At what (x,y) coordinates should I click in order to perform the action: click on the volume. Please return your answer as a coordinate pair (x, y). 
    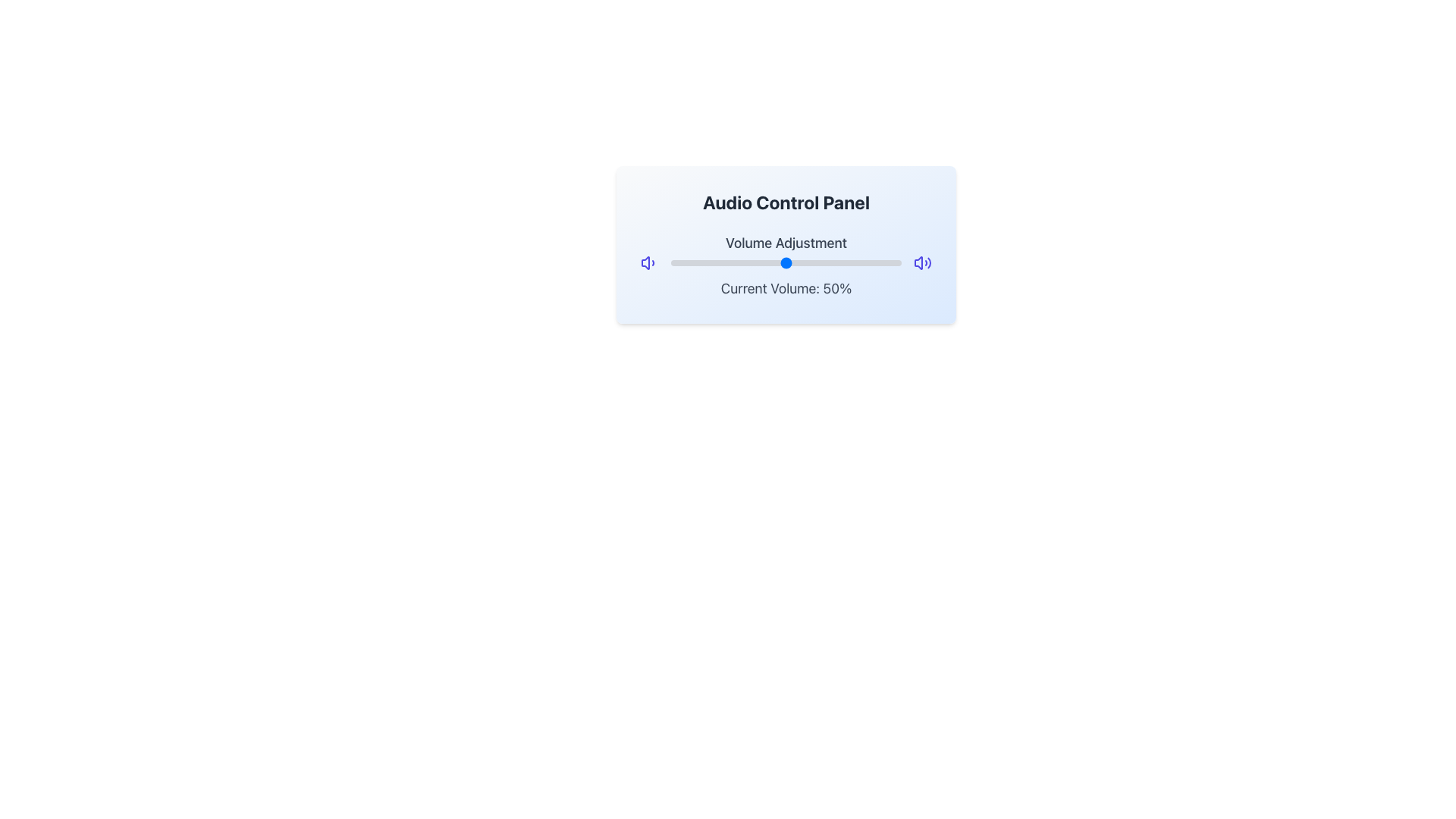
    Looking at the image, I should click on (736, 259).